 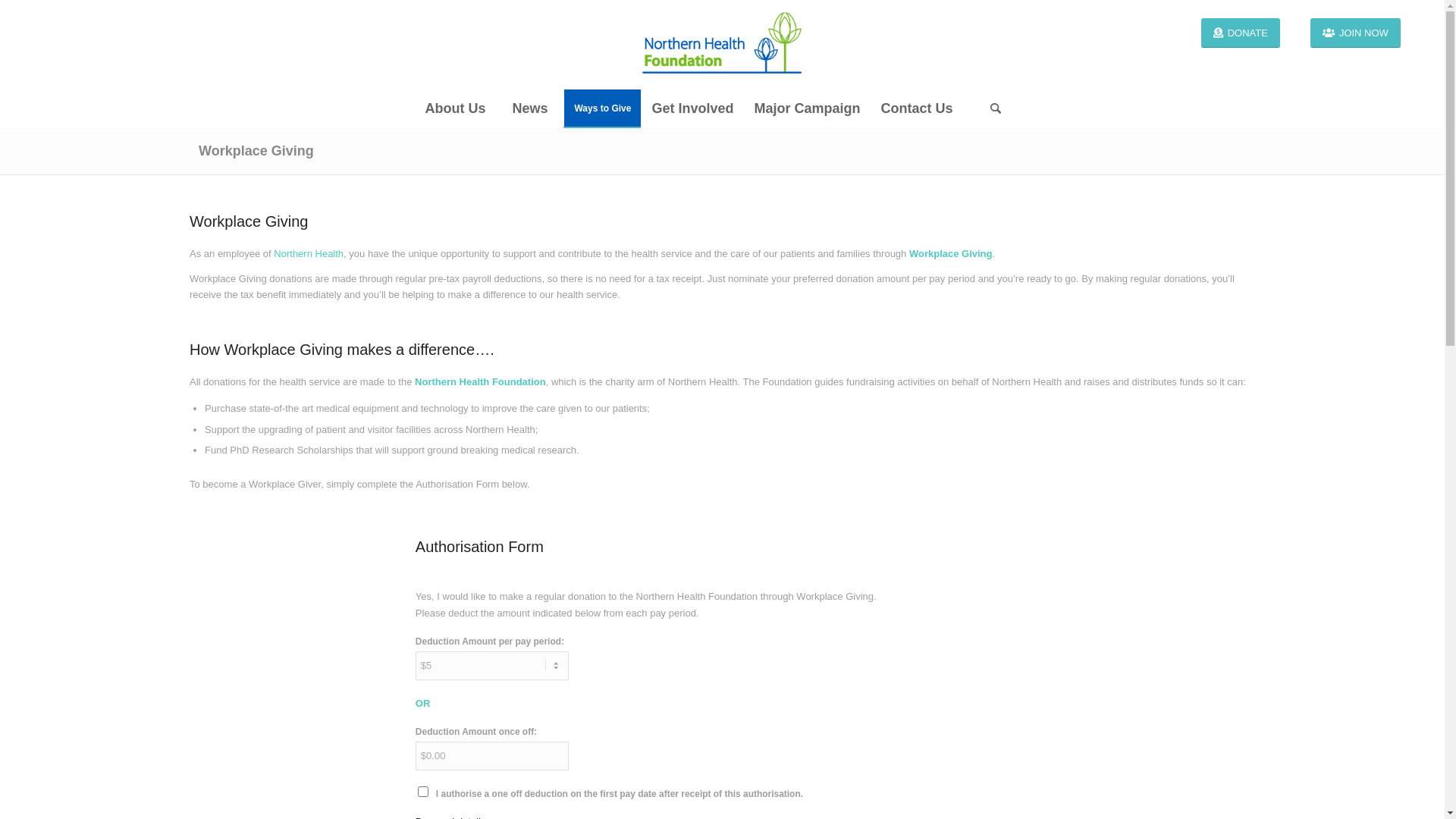 What do you see at coordinates (915, 107) in the screenshot?
I see `'Contact Us'` at bounding box center [915, 107].